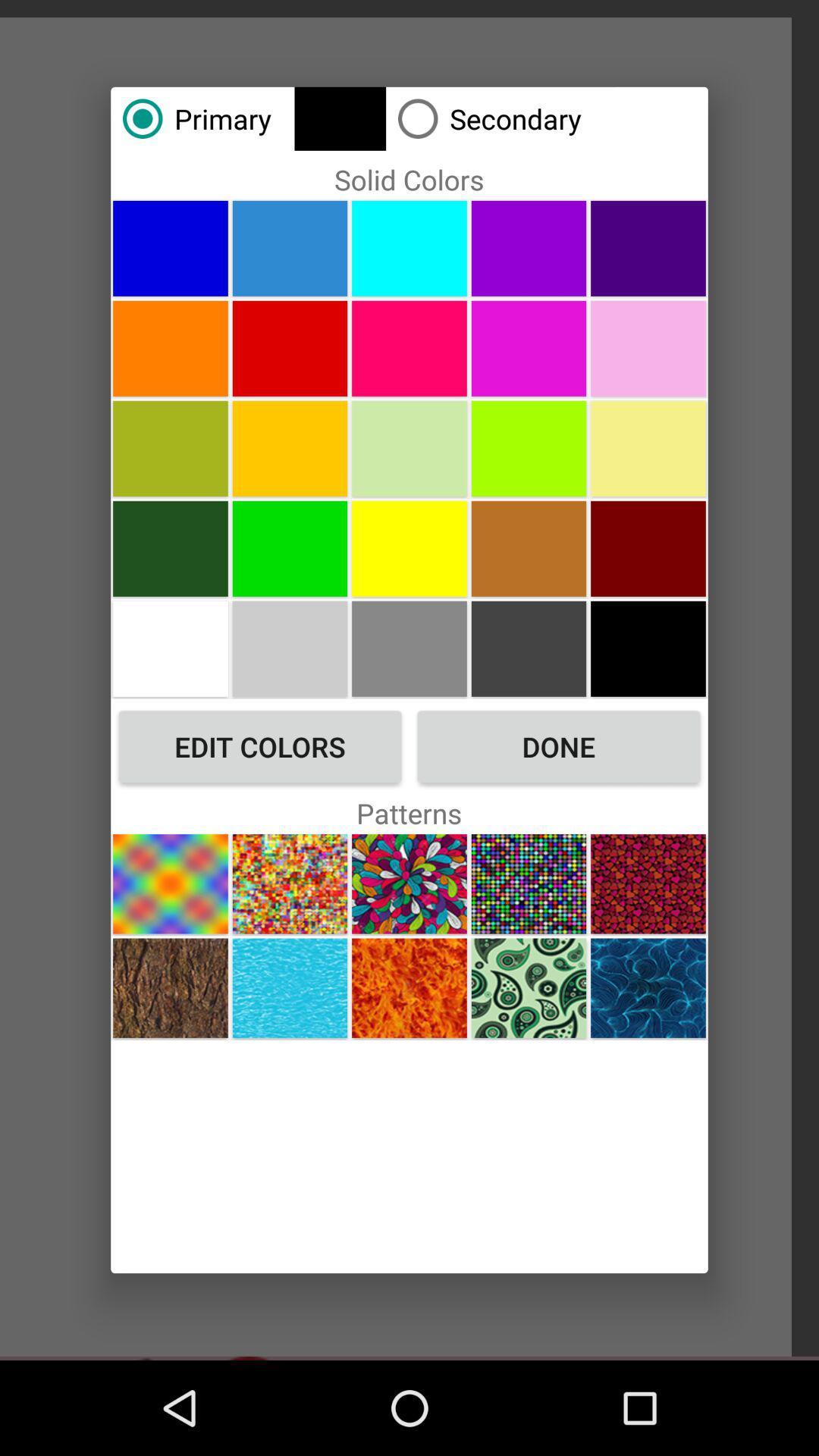  Describe the element at coordinates (290, 883) in the screenshot. I see `sprinkles pattern` at that location.